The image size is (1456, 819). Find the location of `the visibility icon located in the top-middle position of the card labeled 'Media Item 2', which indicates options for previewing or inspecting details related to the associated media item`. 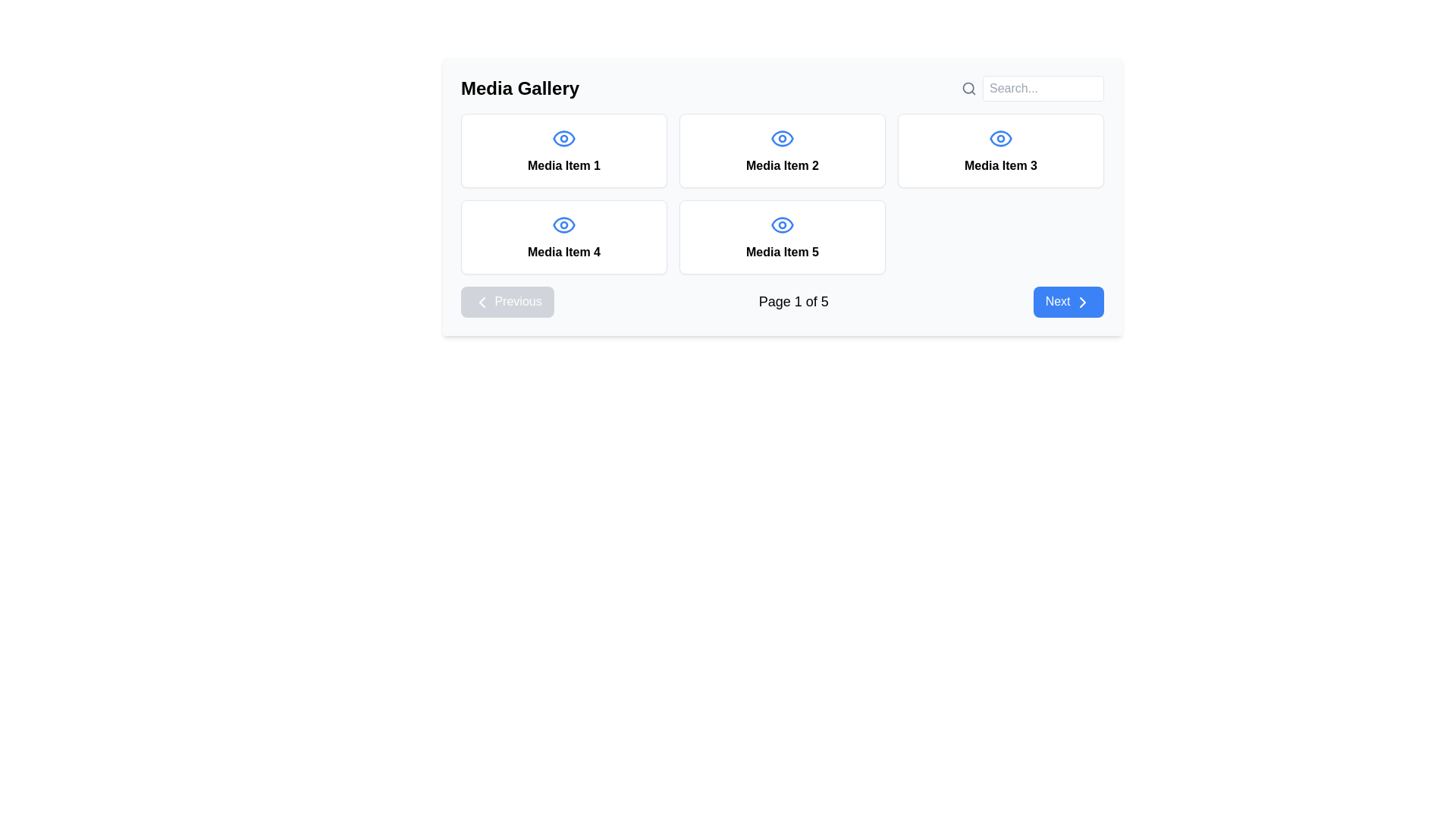

the visibility icon located in the top-middle position of the card labeled 'Media Item 2', which indicates options for previewing or inspecting details related to the associated media item is located at coordinates (783, 138).